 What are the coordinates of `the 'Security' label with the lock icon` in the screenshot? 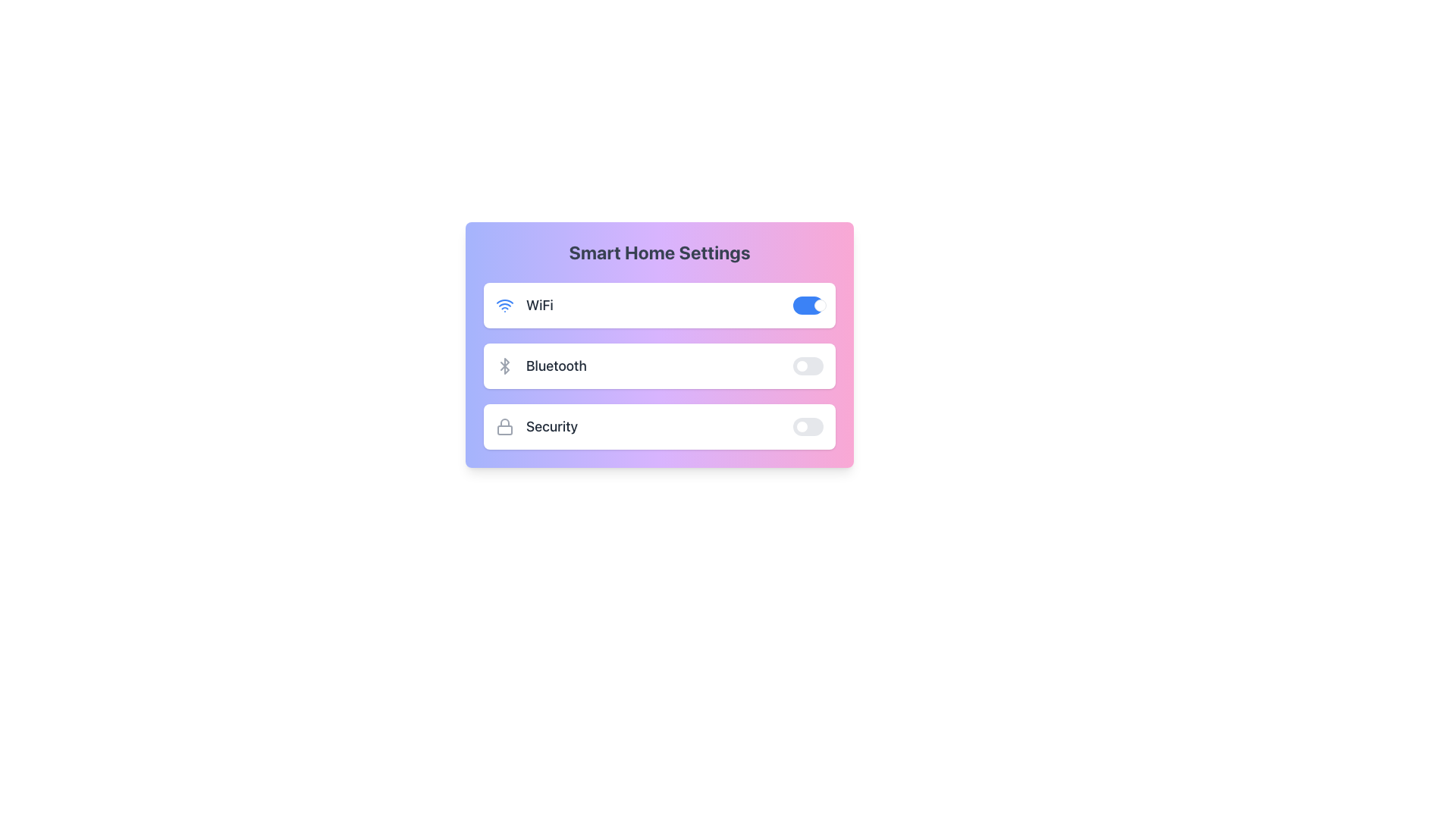 It's located at (537, 427).